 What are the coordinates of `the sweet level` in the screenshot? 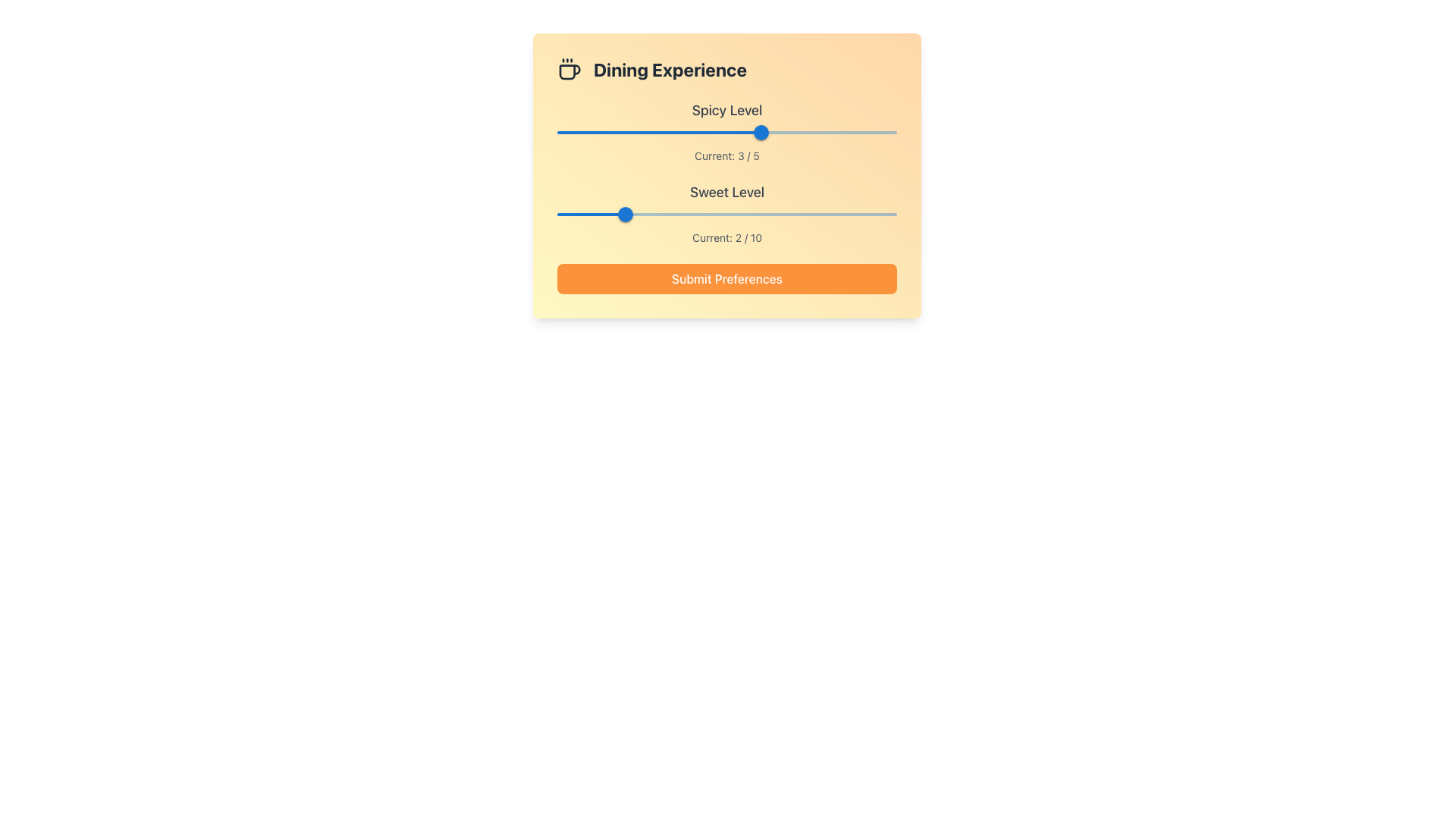 It's located at (670, 214).